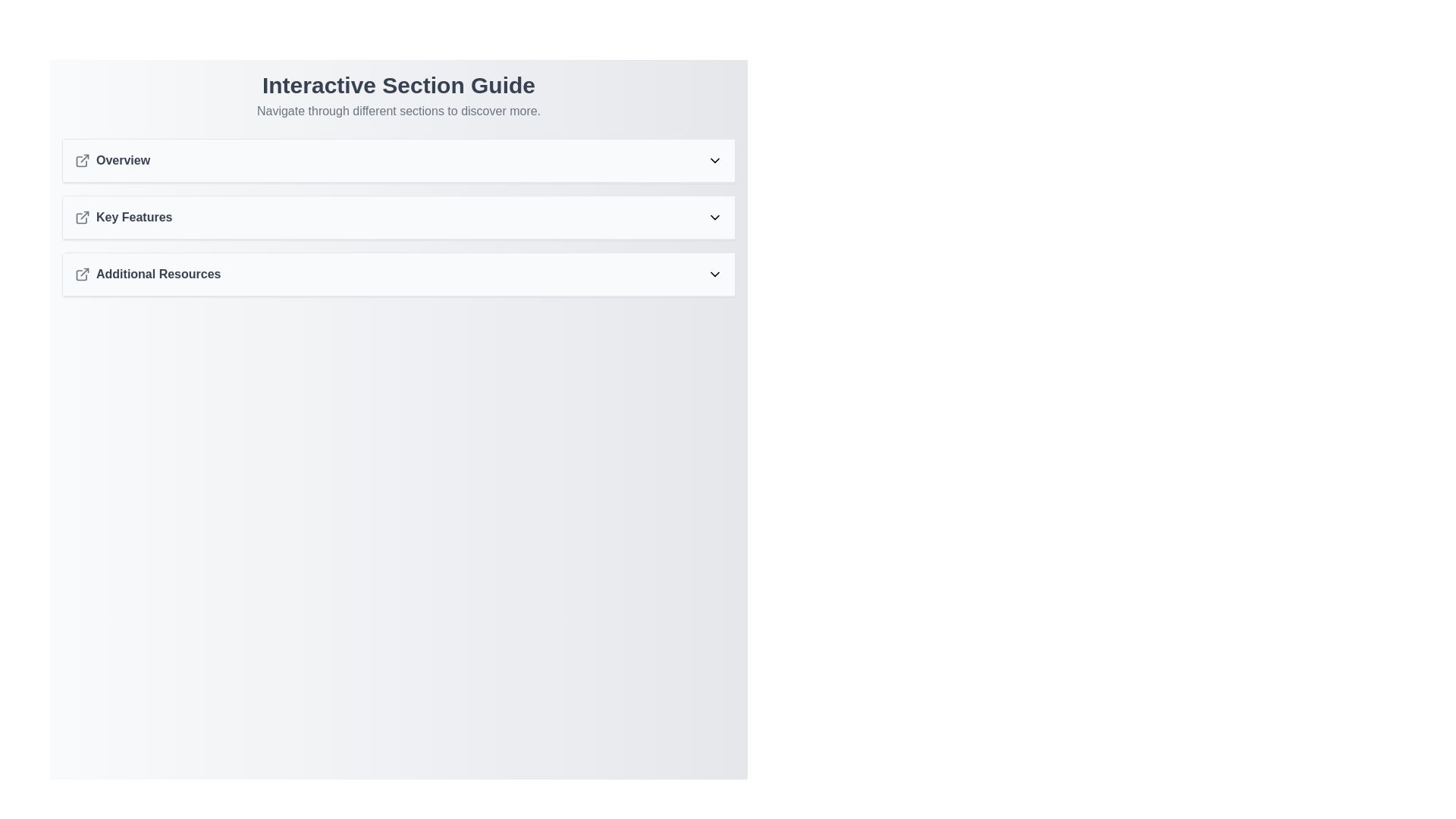 This screenshot has height=819, width=1456. I want to click on the appearance of the 'Overview' icon, which is the first icon to the left of the text 'Overview' in a vertically stacked list, so click(82, 161).